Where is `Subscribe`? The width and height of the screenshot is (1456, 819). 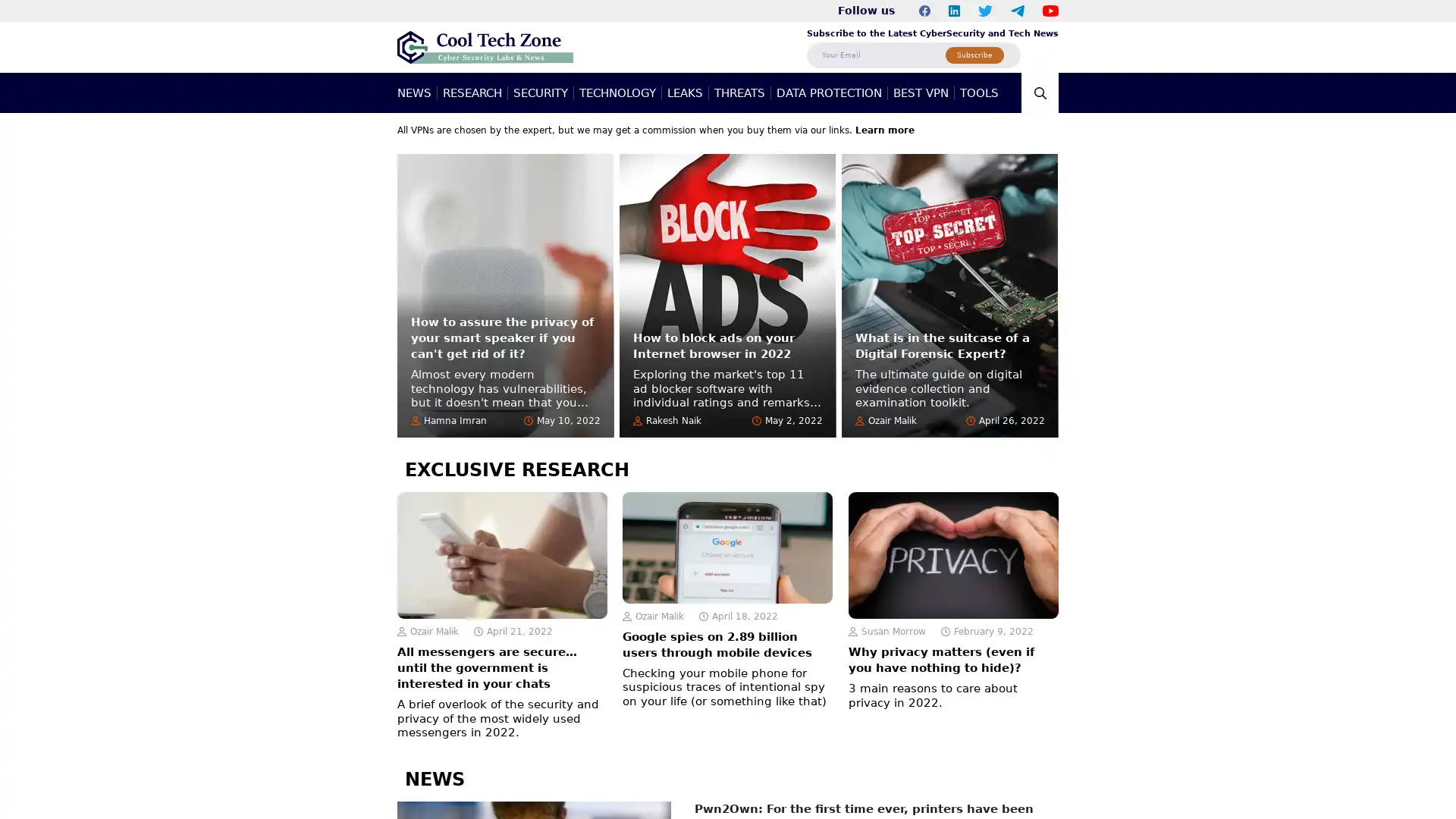
Subscribe is located at coordinates (974, 54).